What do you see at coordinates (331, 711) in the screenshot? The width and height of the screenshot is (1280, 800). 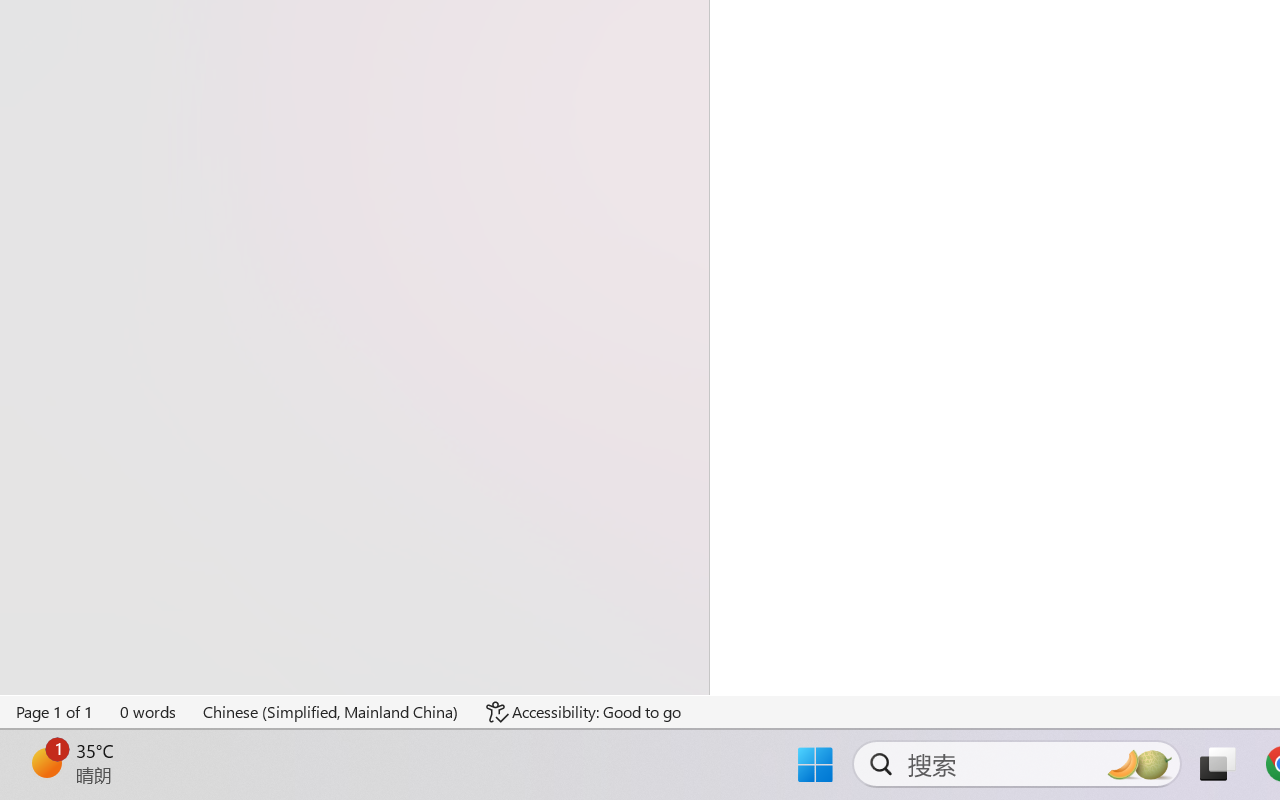 I see `'Language Chinese (Simplified, Mainland China)'` at bounding box center [331, 711].